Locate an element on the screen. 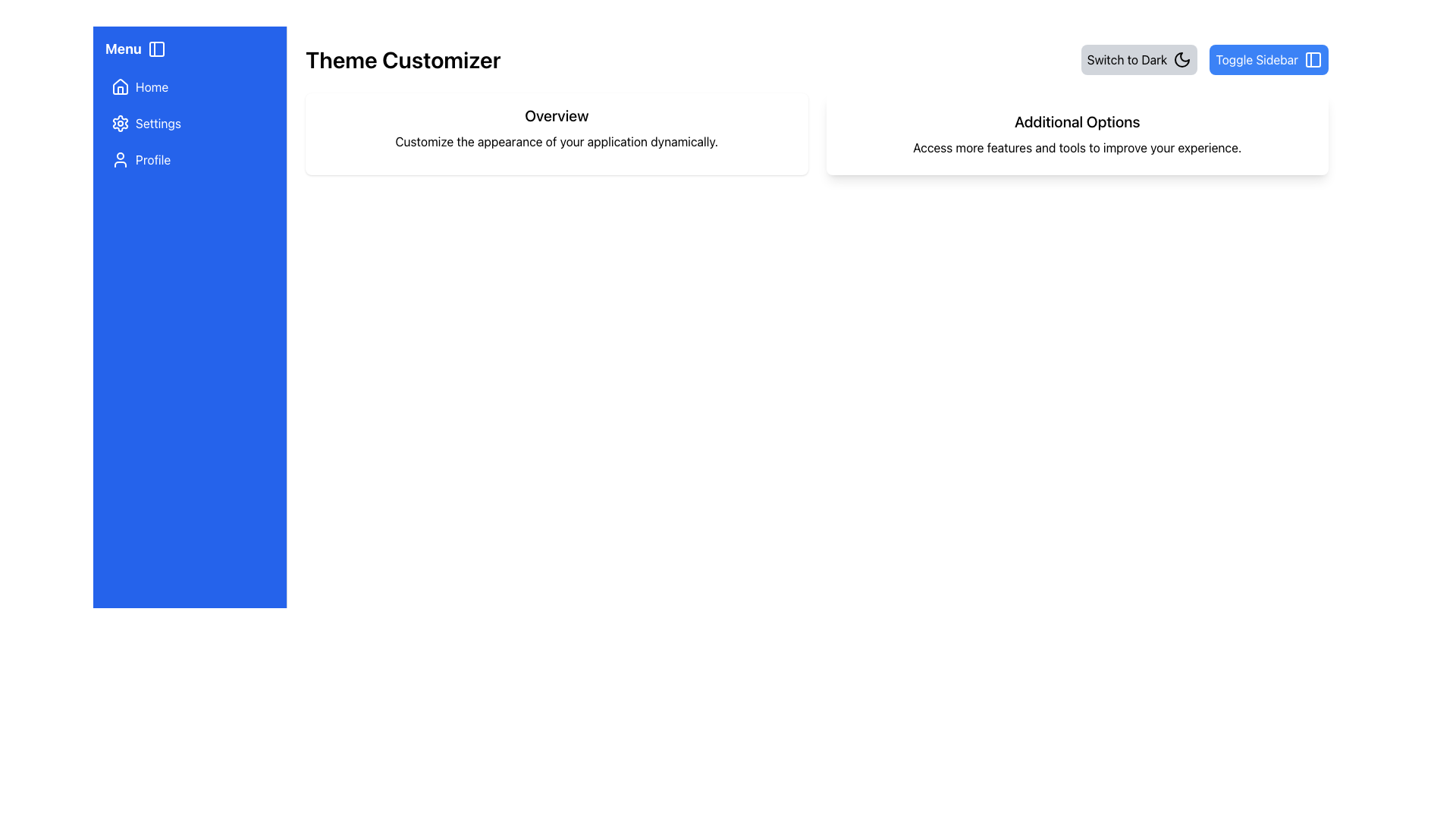 Image resolution: width=1456 pixels, height=819 pixels. the 'Profile' menu option icon located in the left navigation sidebar, which is the third item in the menu, positioned below 'Settings' is located at coordinates (119, 160).